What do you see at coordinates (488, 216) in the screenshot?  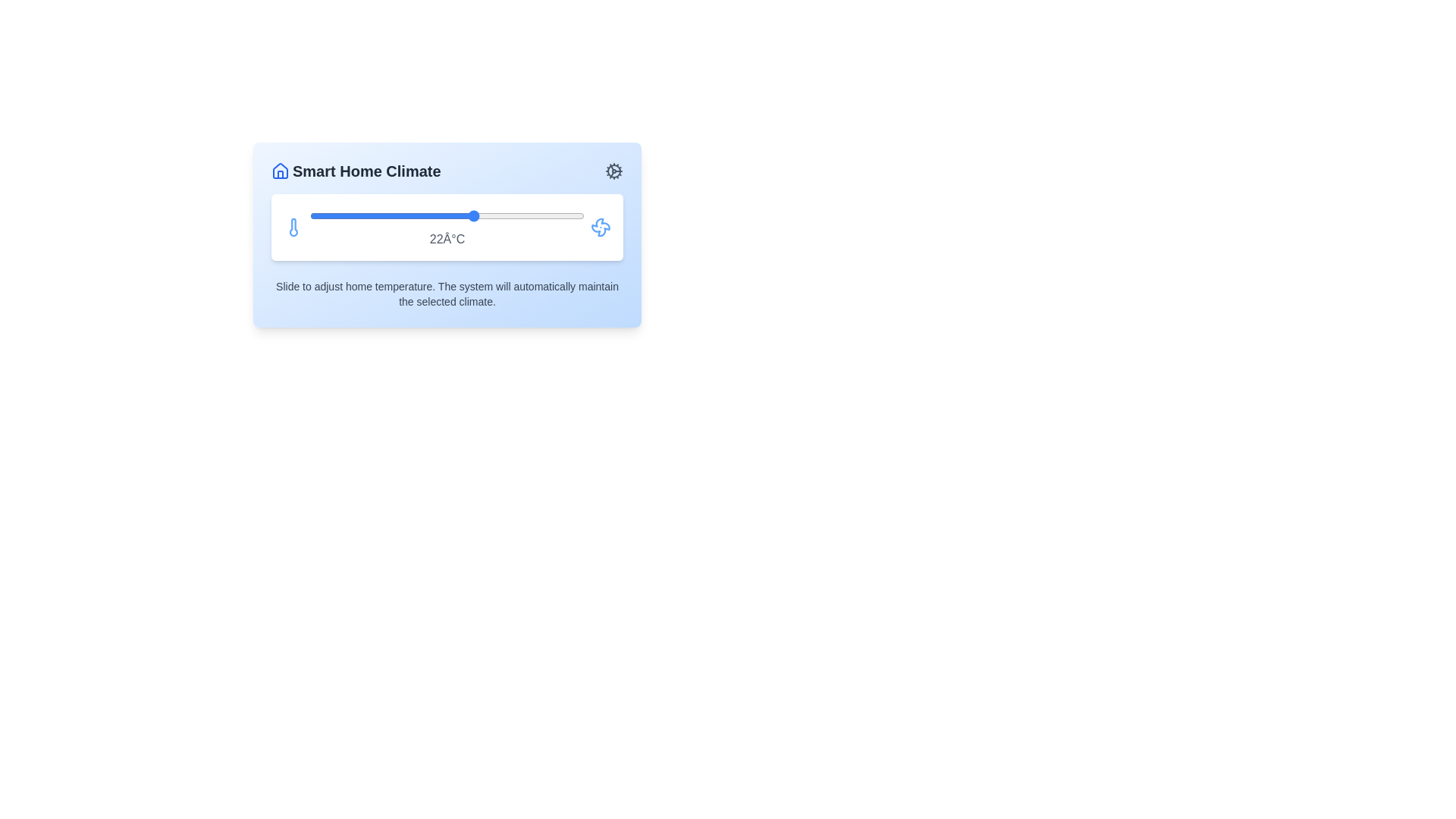 I see `the temperature to 23°C using the slider` at bounding box center [488, 216].